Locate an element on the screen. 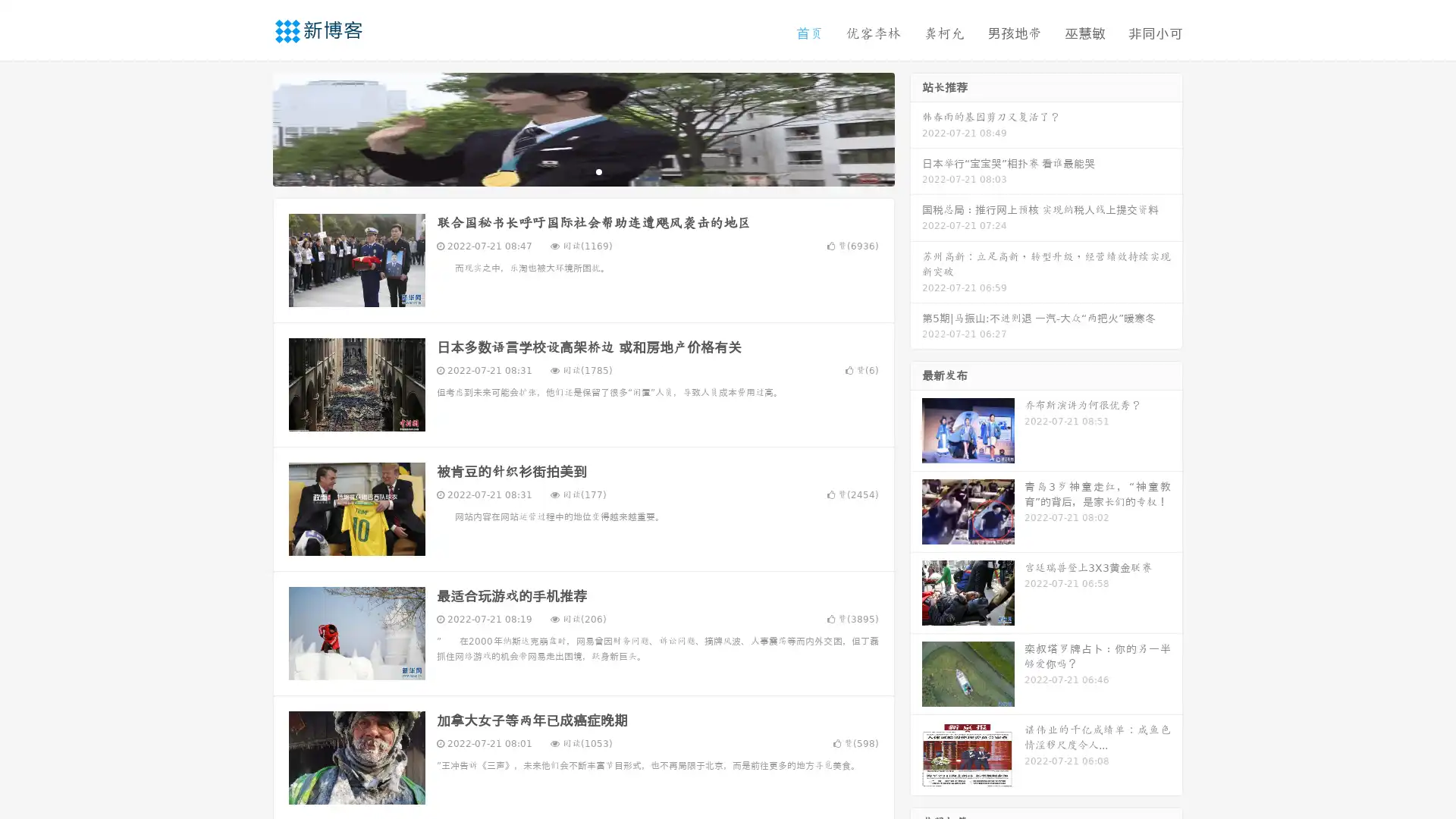  Go to slide 3 is located at coordinates (598, 171).